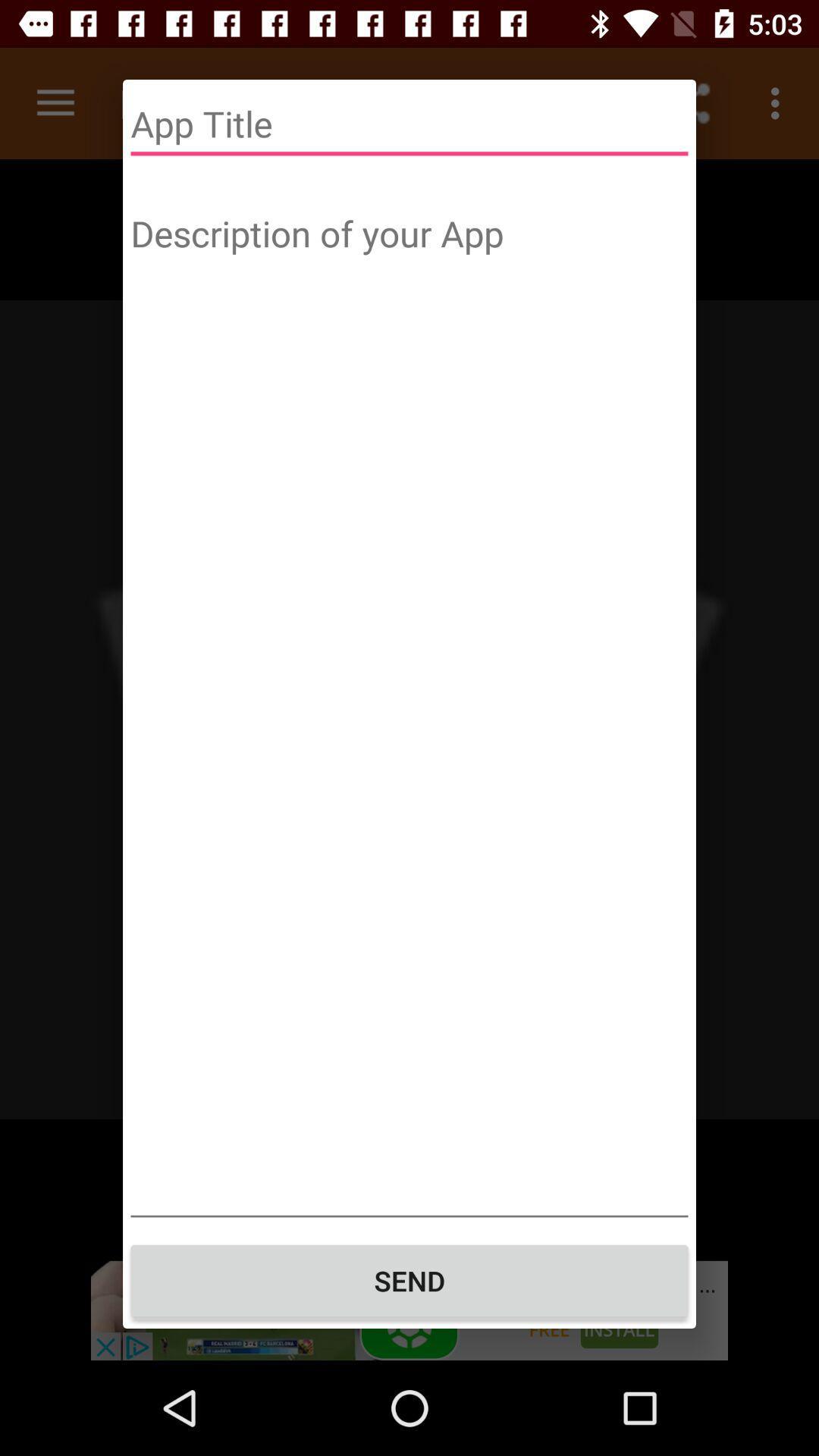 Image resolution: width=819 pixels, height=1456 pixels. What do you see at coordinates (409, 1280) in the screenshot?
I see `icon at the bottom` at bounding box center [409, 1280].